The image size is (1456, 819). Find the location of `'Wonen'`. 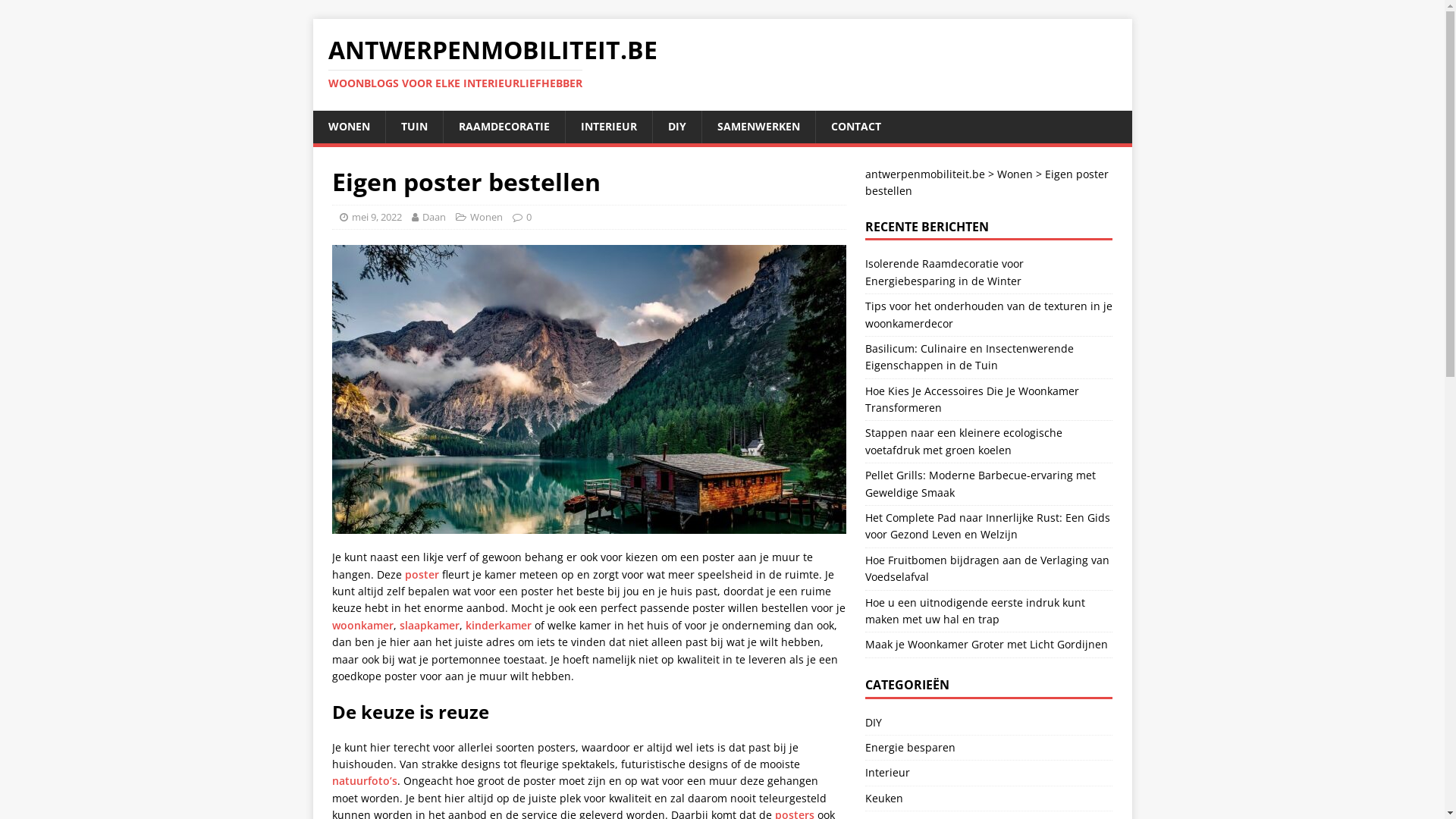

'Wonen' is located at coordinates (486, 216).